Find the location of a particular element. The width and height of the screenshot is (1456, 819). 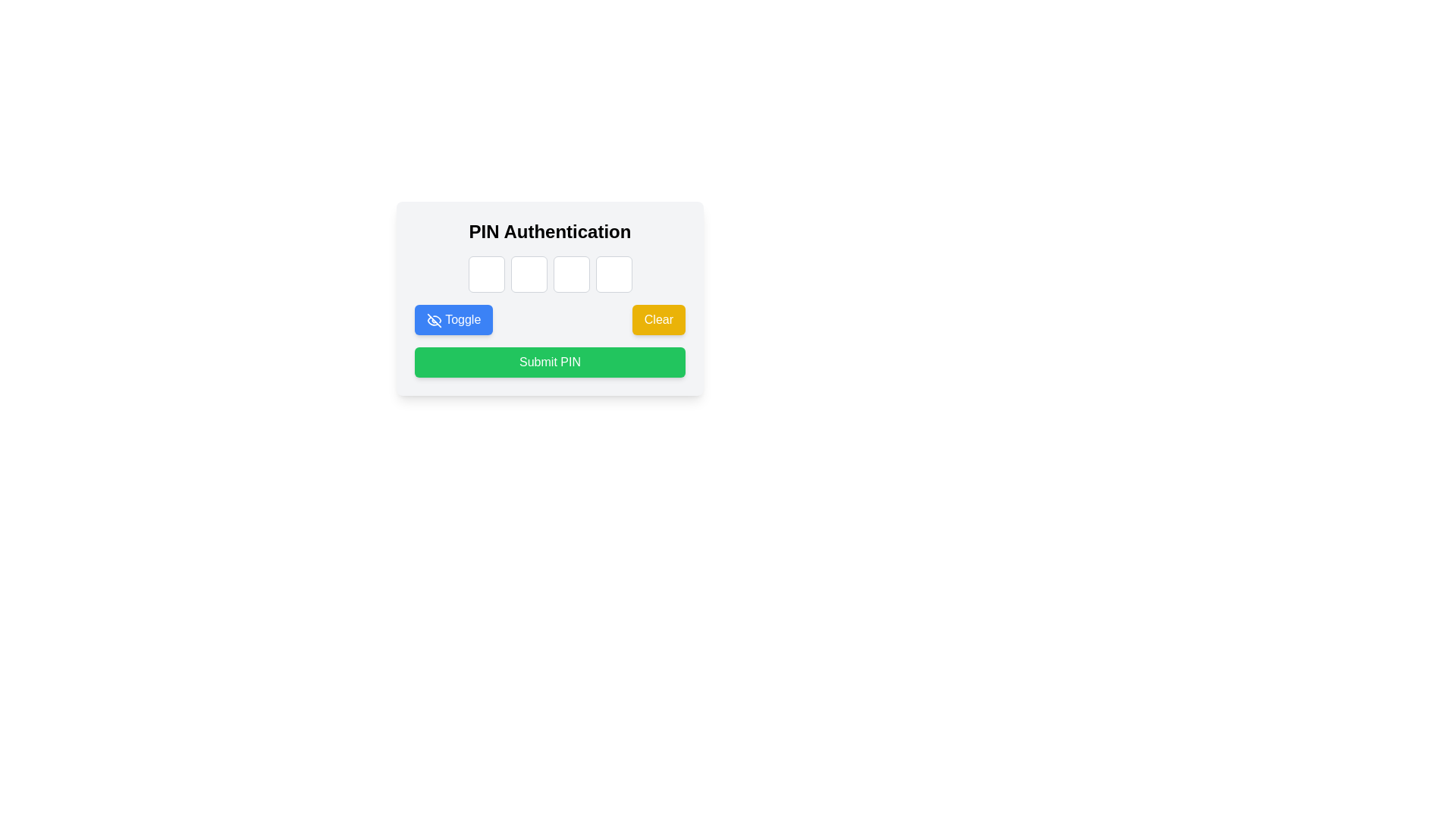

the input fields of the 'PIN Authentication' form-like interactive panel to type the PIN is located at coordinates (549, 298).